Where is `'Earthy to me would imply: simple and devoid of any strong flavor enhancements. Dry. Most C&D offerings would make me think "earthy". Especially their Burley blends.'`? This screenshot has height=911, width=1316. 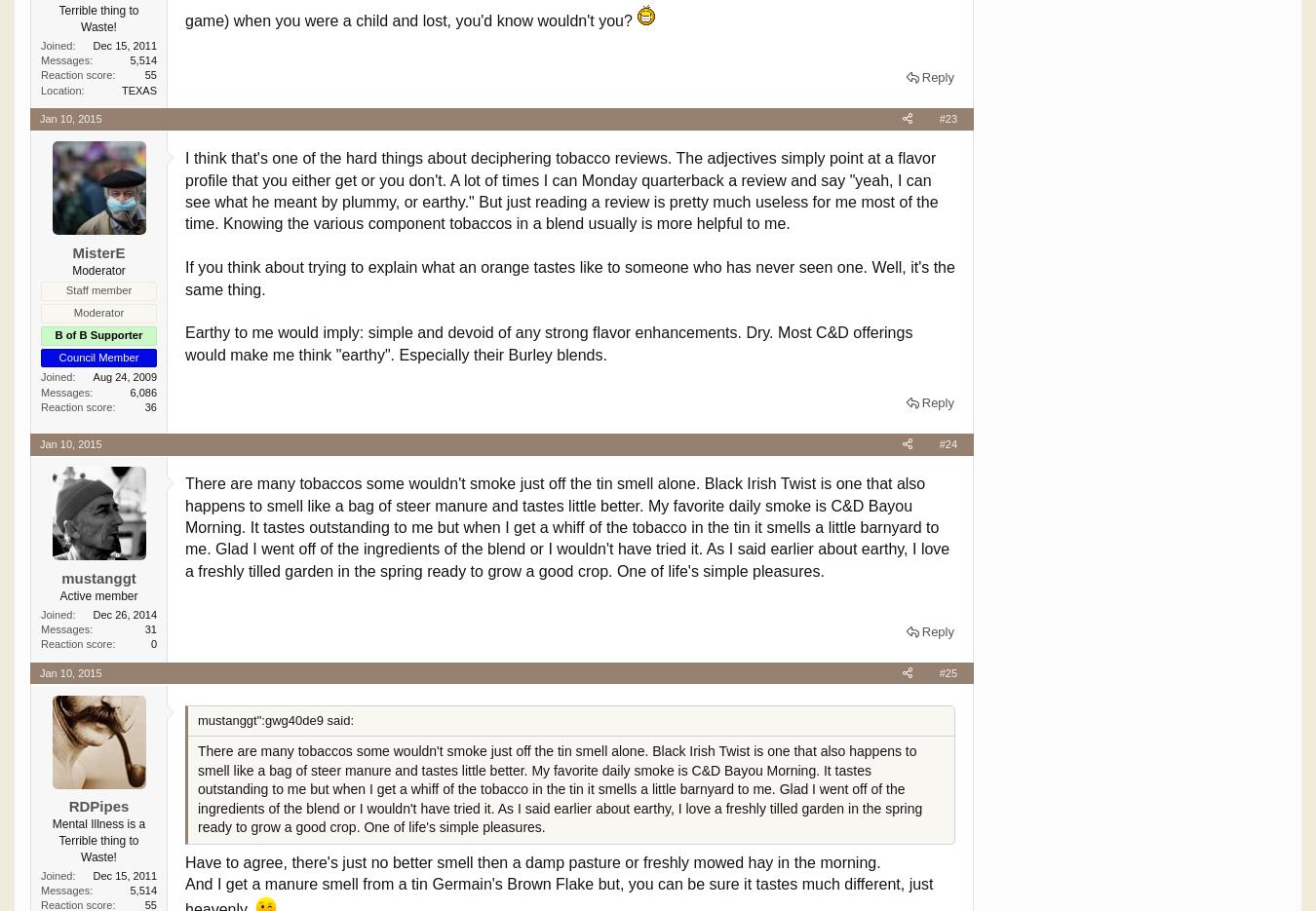 'Earthy to me would imply: simple and devoid of any strong flavor enhancements. Dry. Most C&D offerings would make me think "earthy". Especially their Burley blends.' is located at coordinates (547, 342).